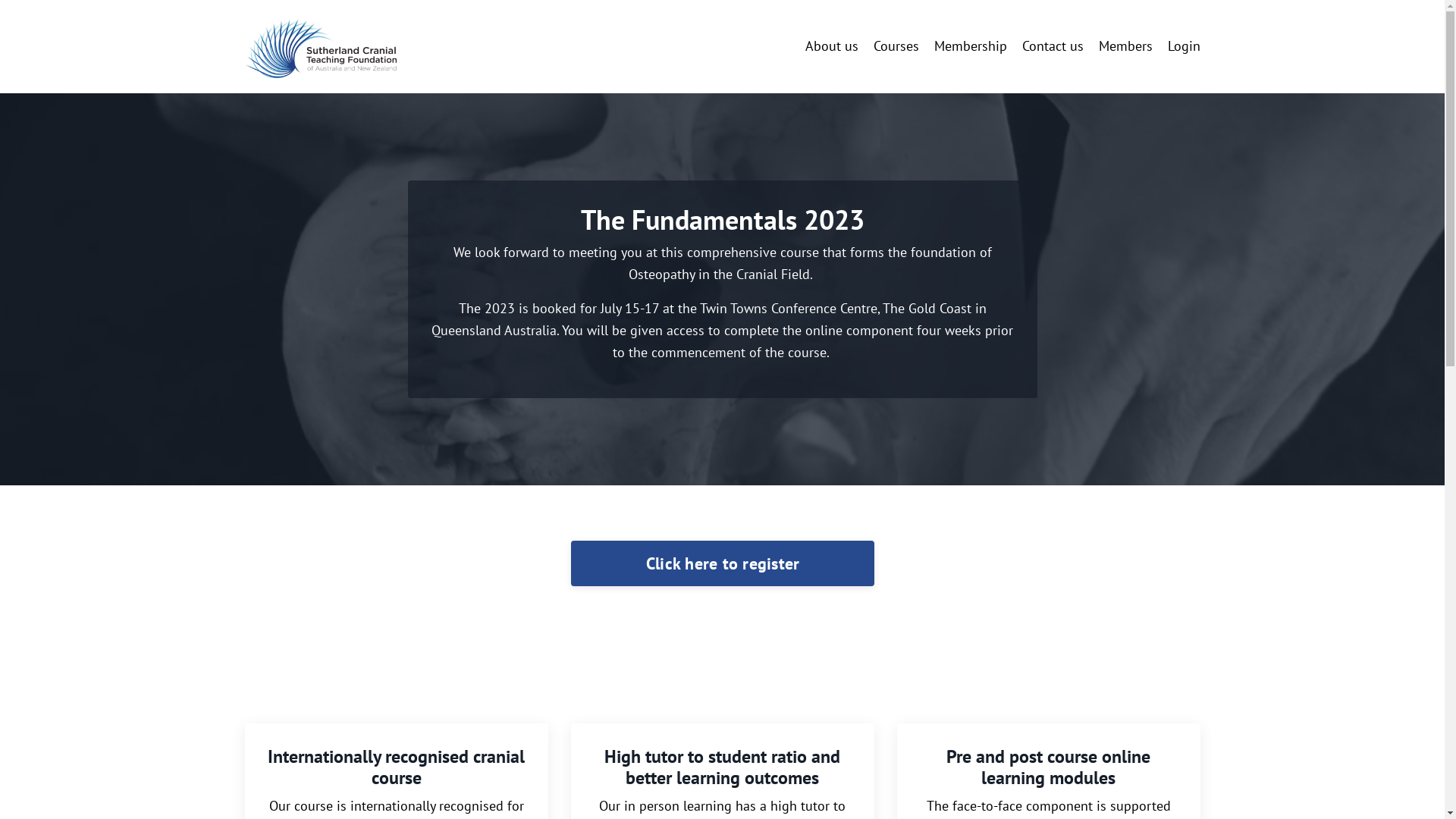  What do you see at coordinates (896, 45) in the screenshot?
I see `'Courses'` at bounding box center [896, 45].